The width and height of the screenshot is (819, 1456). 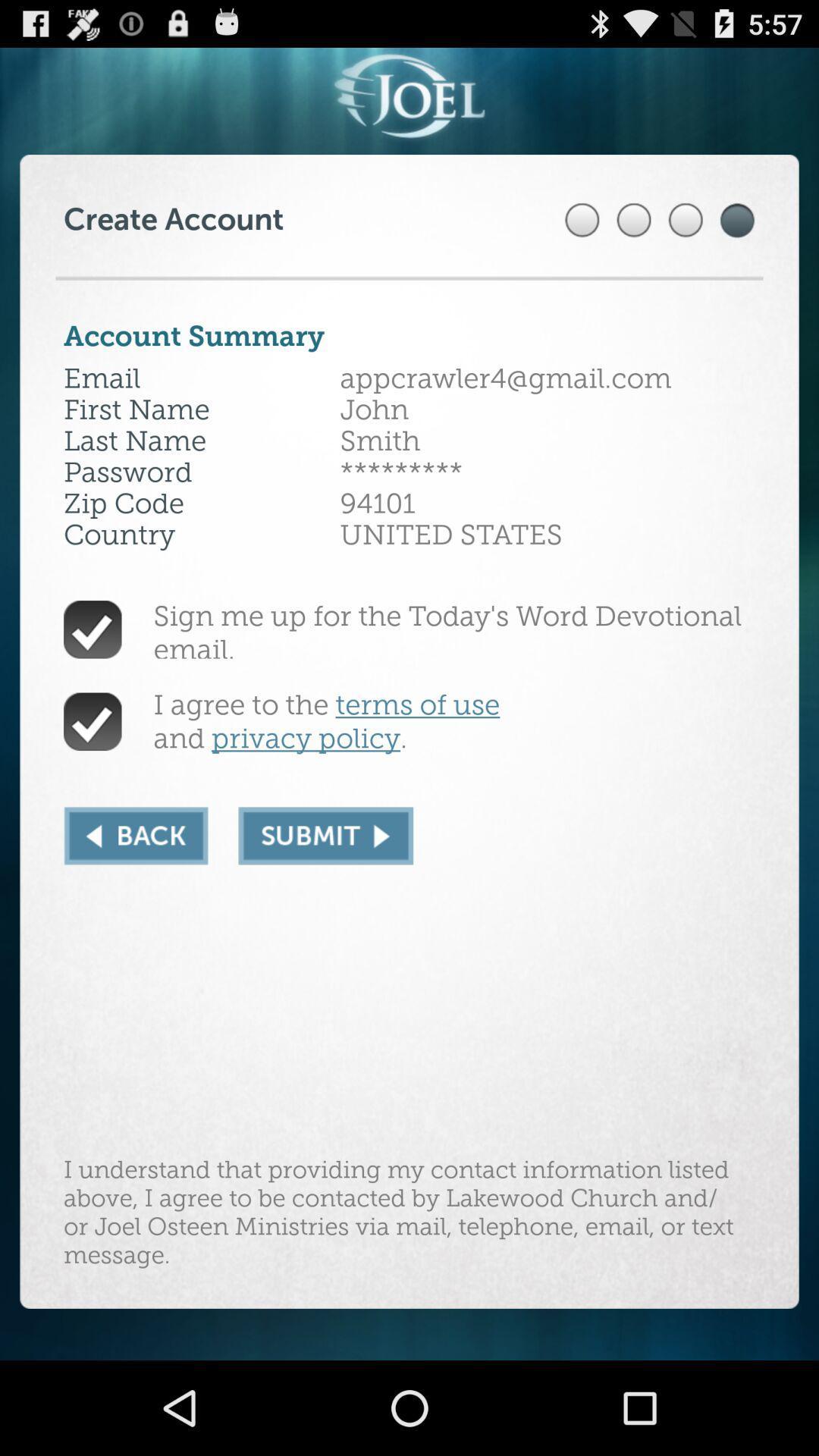 What do you see at coordinates (93, 720) in the screenshot?
I see `check to indicate agreement for app terms of usage` at bounding box center [93, 720].